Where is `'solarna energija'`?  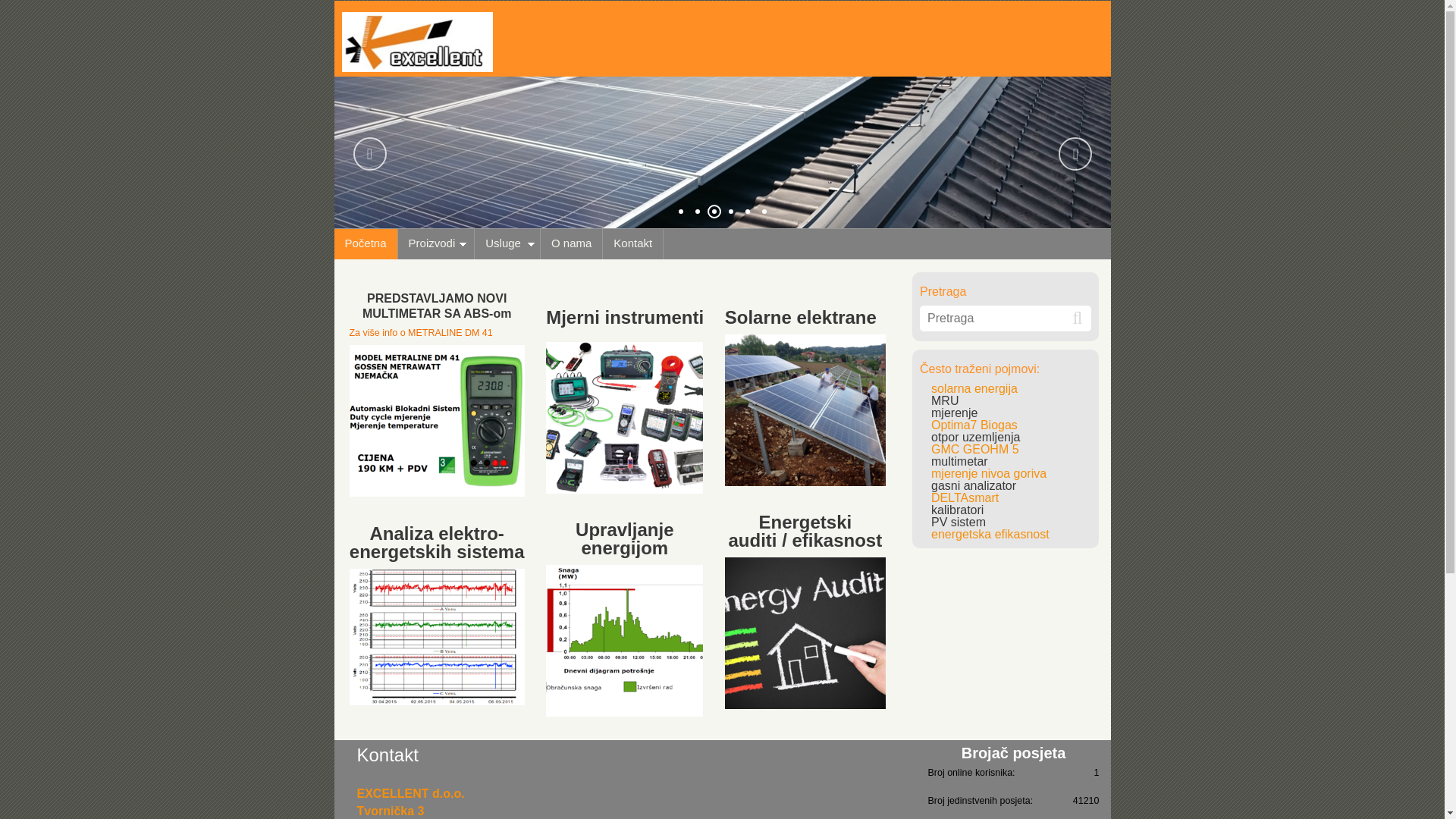 'solarna energija' is located at coordinates (974, 388).